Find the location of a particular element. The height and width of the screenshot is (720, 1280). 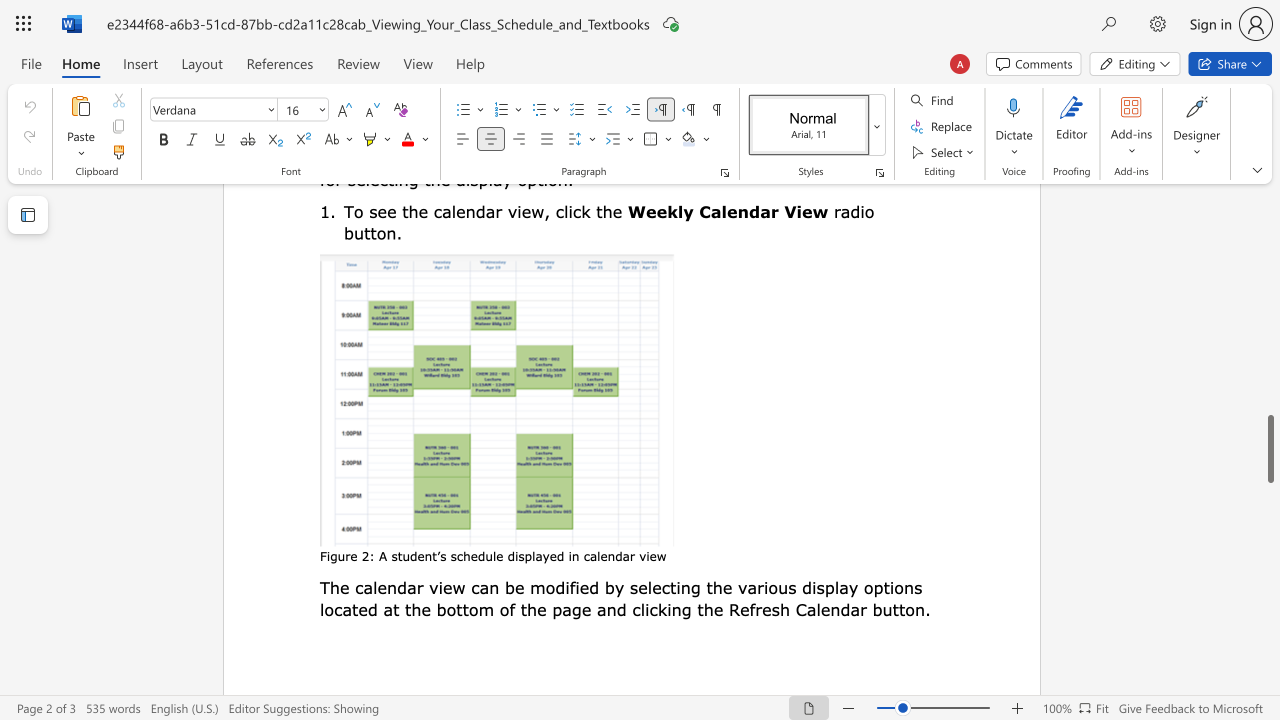

the scrollbar to move the content higher is located at coordinates (1269, 418).